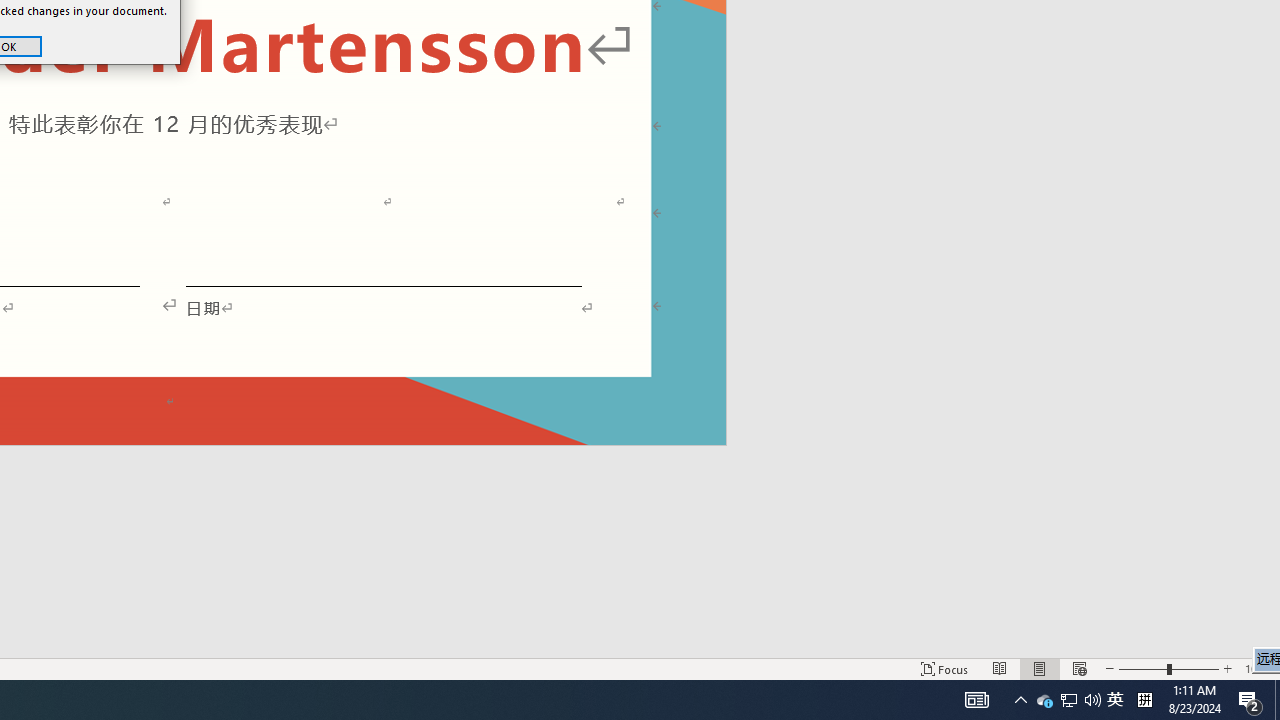  Describe the element at coordinates (1067, 698) in the screenshot. I see `'Q2790: 100%'` at that location.